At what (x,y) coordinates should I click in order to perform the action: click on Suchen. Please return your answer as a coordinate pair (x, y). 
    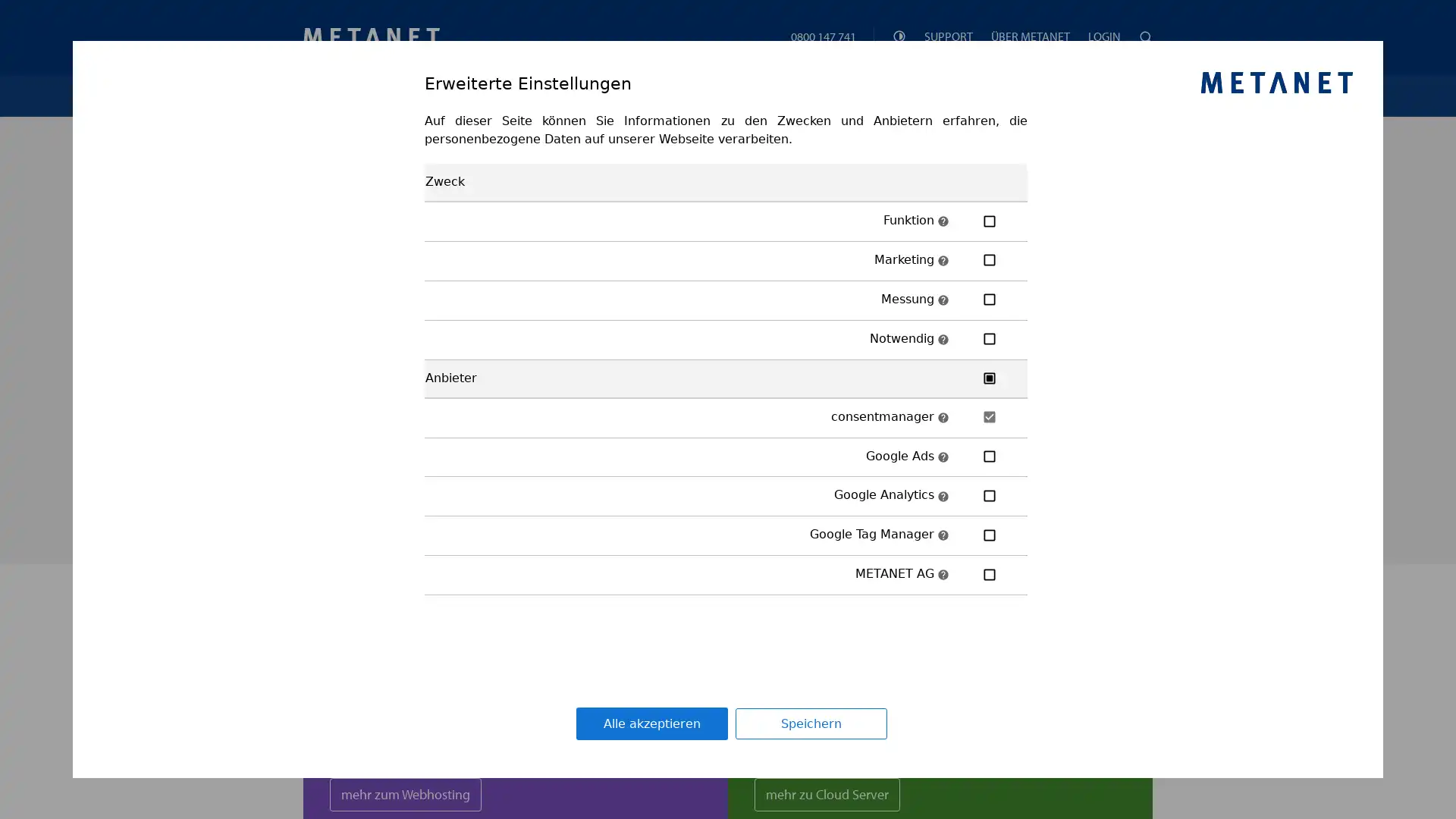
    Looking at the image, I should click on (1146, 35).